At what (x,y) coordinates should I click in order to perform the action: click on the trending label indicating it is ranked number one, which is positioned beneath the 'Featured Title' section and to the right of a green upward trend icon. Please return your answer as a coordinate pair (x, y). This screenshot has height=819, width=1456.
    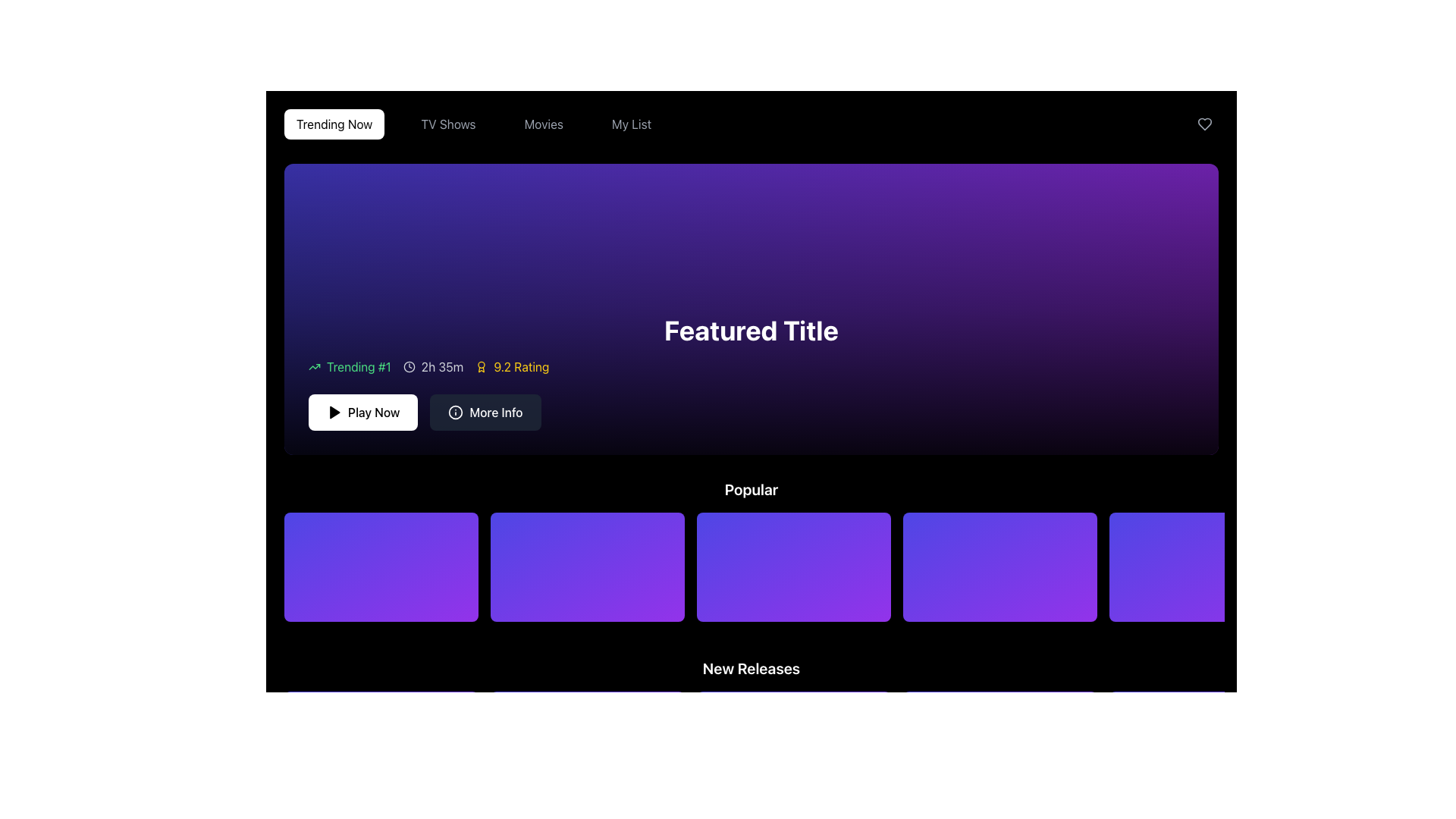
    Looking at the image, I should click on (358, 366).